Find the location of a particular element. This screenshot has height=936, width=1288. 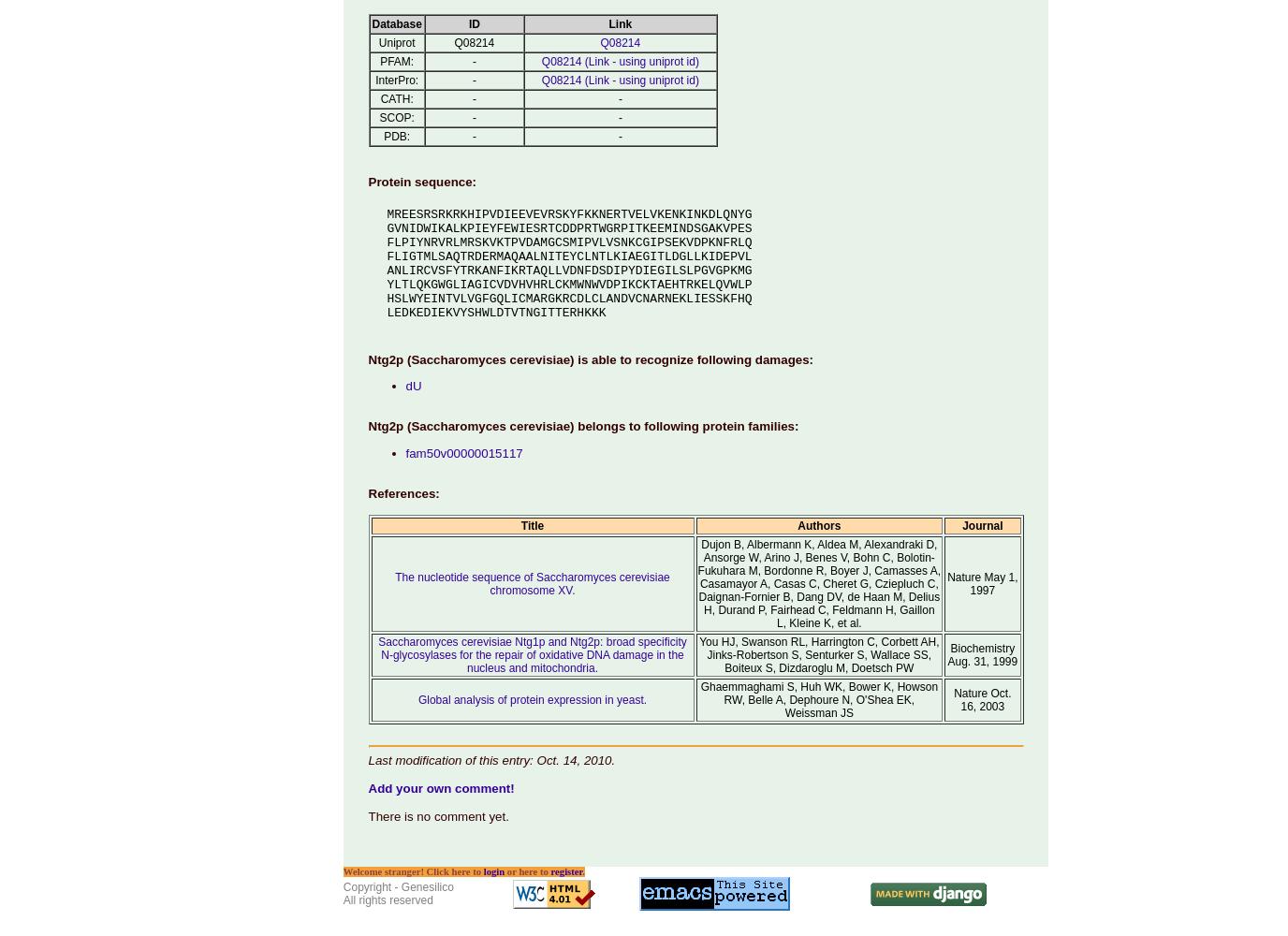

'login' is located at coordinates (493, 871).